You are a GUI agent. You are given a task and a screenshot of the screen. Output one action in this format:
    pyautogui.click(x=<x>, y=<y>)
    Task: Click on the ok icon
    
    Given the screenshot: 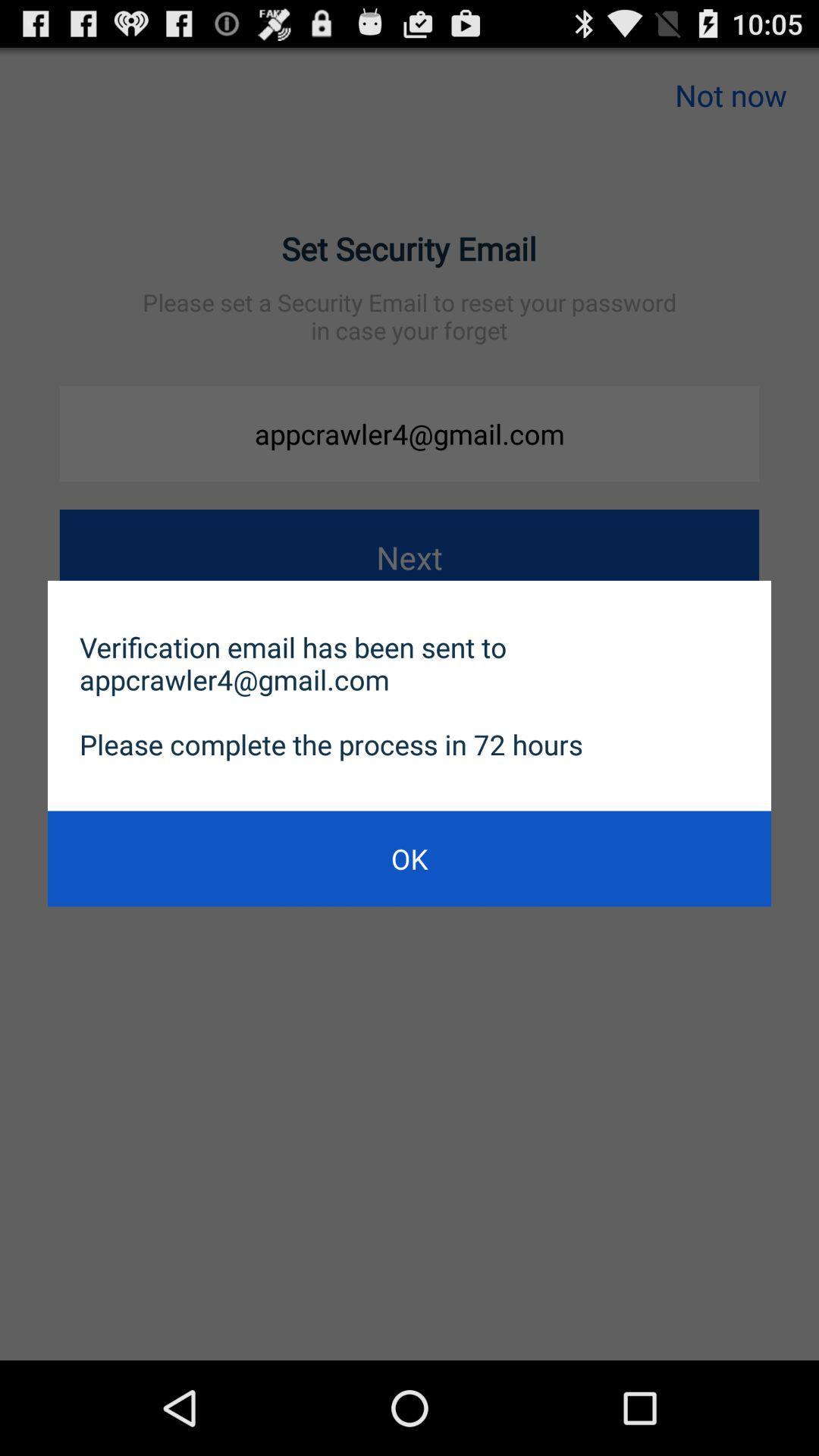 What is the action you would take?
    pyautogui.click(x=409, y=858)
    